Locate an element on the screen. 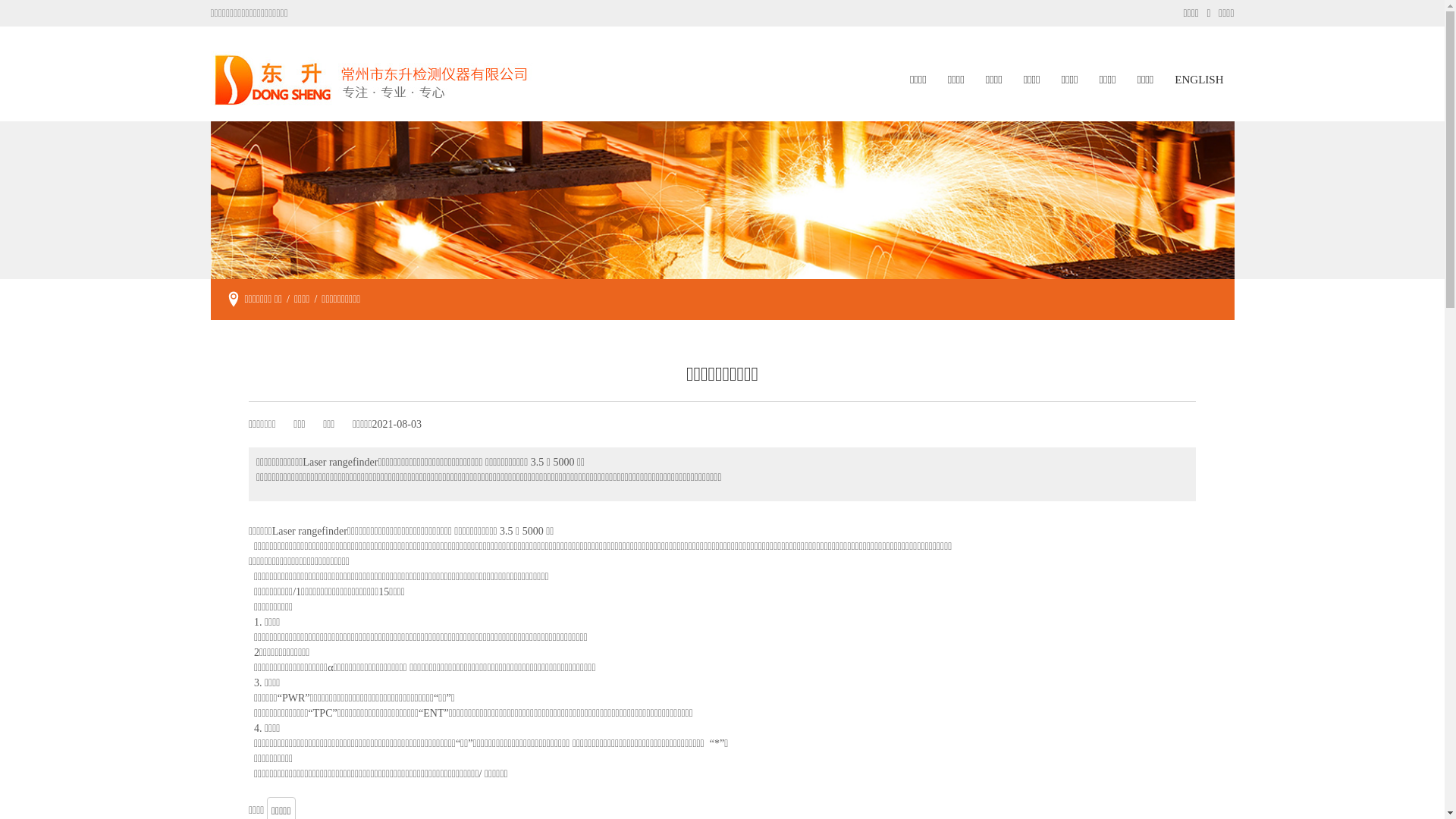 Image resolution: width=1456 pixels, height=819 pixels. 'logo' is located at coordinates (372, 80).